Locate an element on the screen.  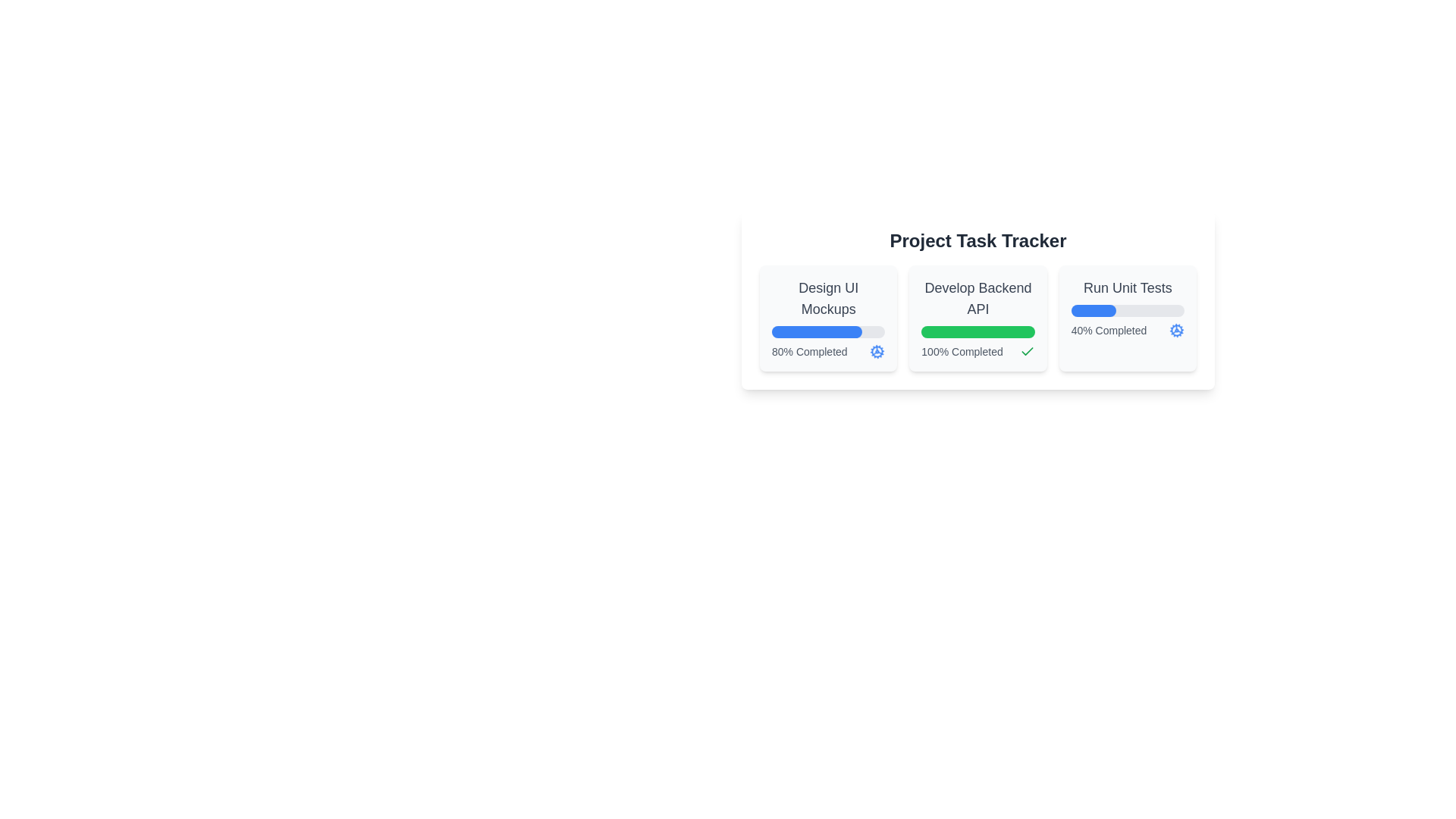
the text label displaying the progress indicator '40% Completed', which is located in the bottom section of the 'Run Unit Tests' card, to the right of the progress bar and aligned with the spinning cogwheel icon is located at coordinates (1128, 329).